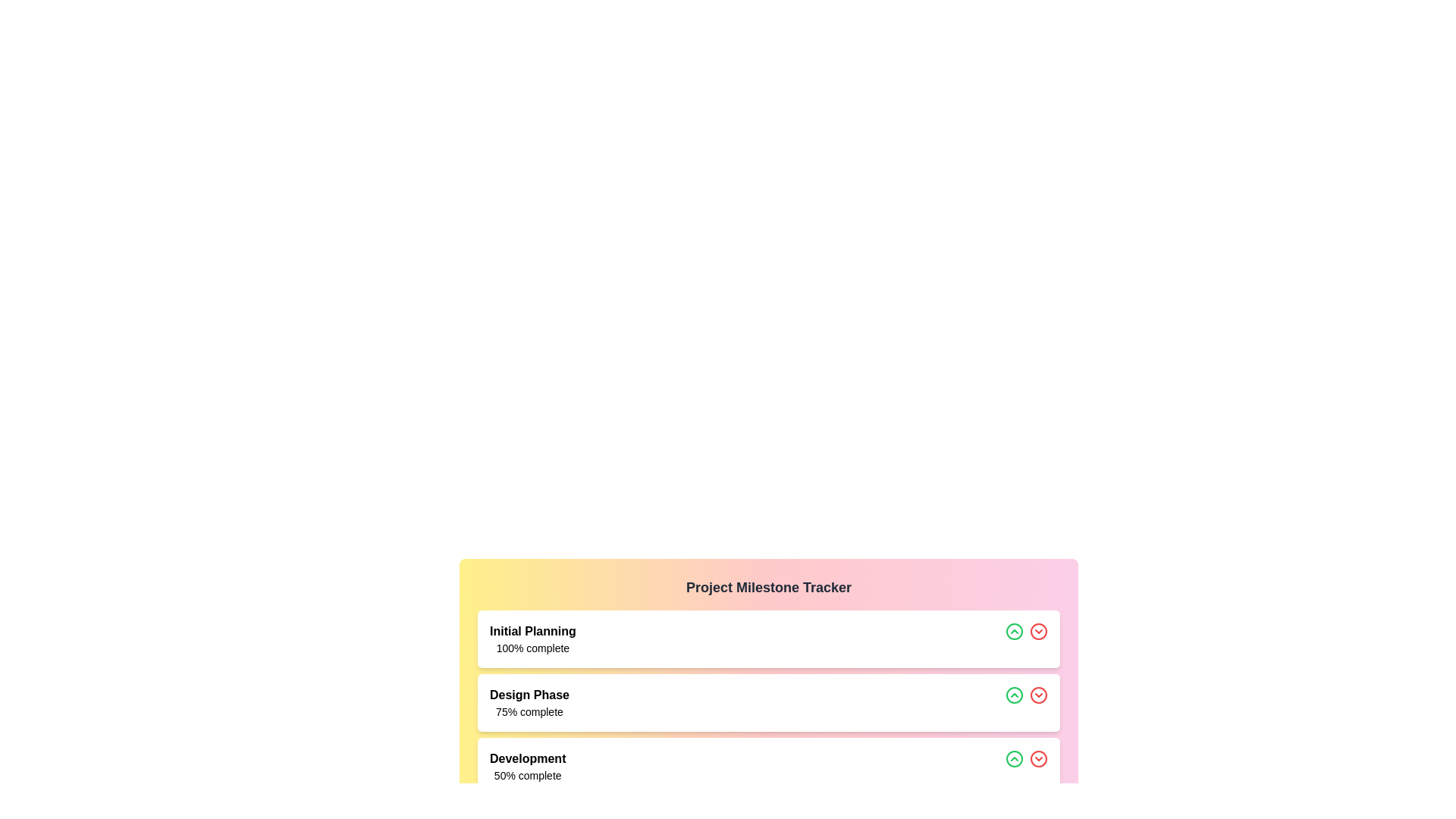 The height and width of the screenshot is (819, 1456). What do you see at coordinates (529, 702) in the screenshot?
I see `the text content of the milestone stage component labeled 'Design Phase', which indicates '75% complete', located in the second row of the project milestone tracker` at bounding box center [529, 702].